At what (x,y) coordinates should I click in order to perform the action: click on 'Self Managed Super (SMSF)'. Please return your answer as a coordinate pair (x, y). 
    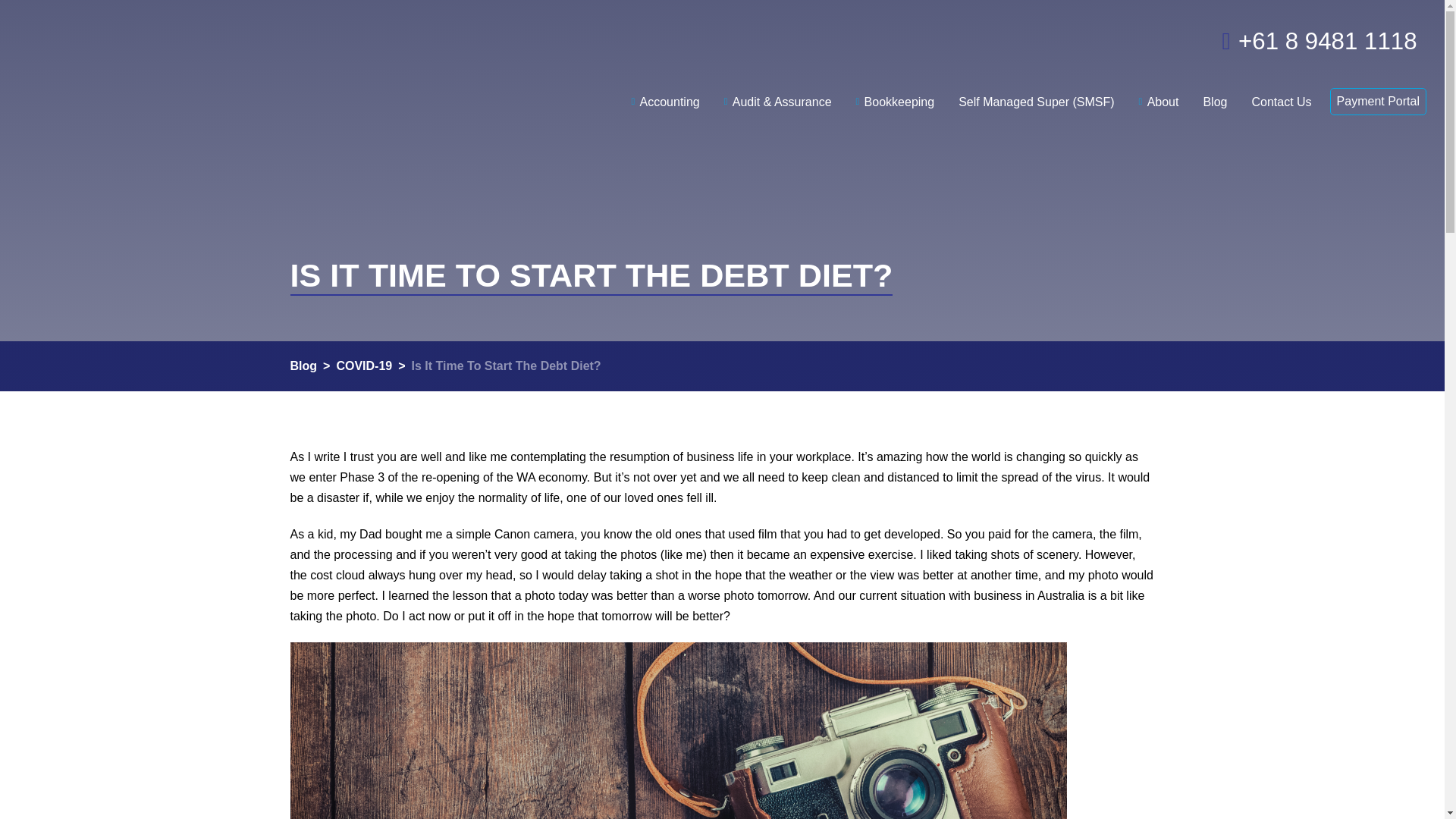
    Looking at the image, I should click on (1035, 90).